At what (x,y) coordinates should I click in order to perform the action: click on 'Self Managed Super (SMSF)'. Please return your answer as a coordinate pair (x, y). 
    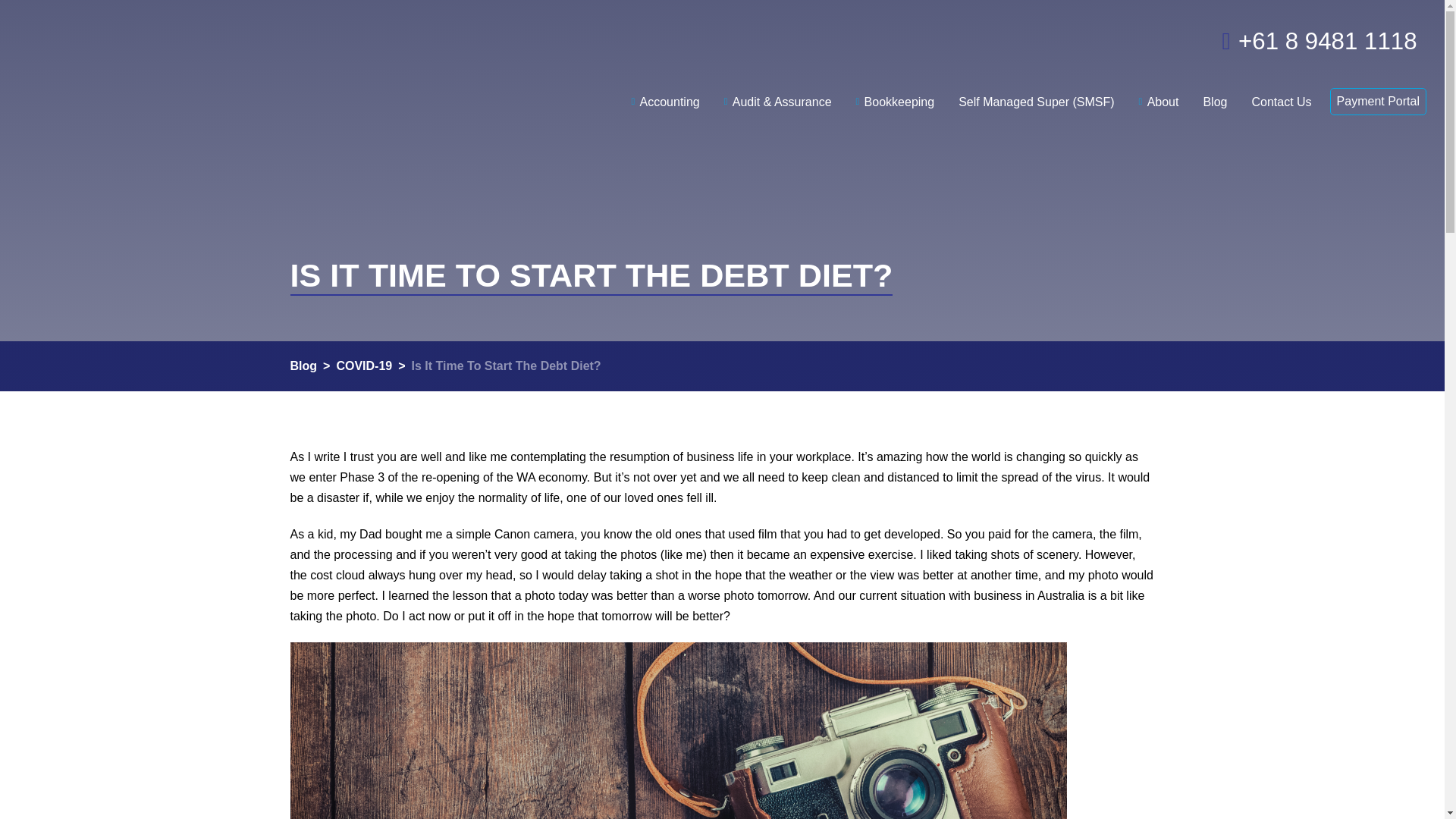
    Looking at the image, I should click on (1035, 90).